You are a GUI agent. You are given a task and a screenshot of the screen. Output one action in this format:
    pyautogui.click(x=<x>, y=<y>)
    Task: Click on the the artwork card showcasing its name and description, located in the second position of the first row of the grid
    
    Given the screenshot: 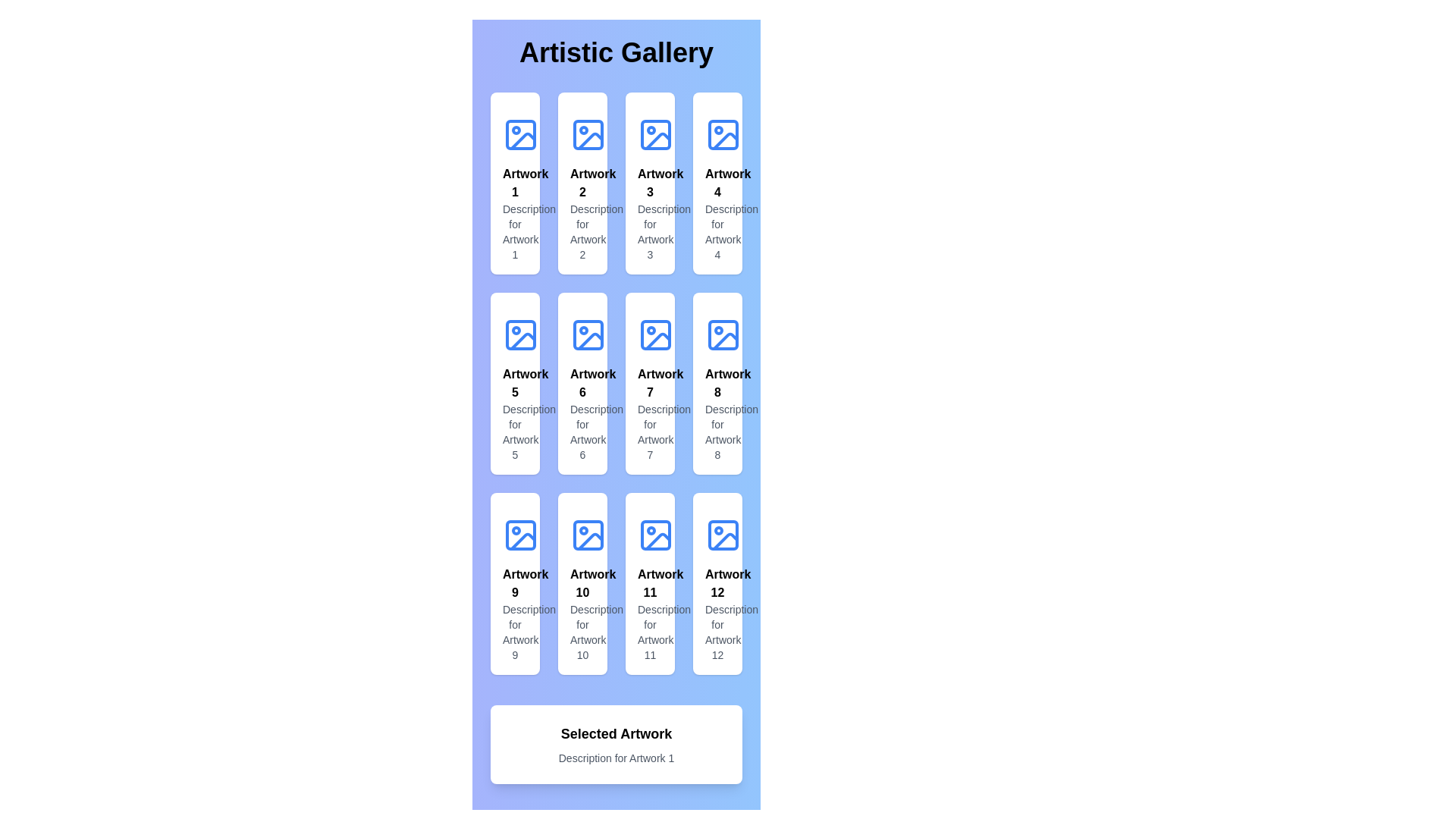 What is the action you would take?
    pyautogui.click(x=582, y=183)
    